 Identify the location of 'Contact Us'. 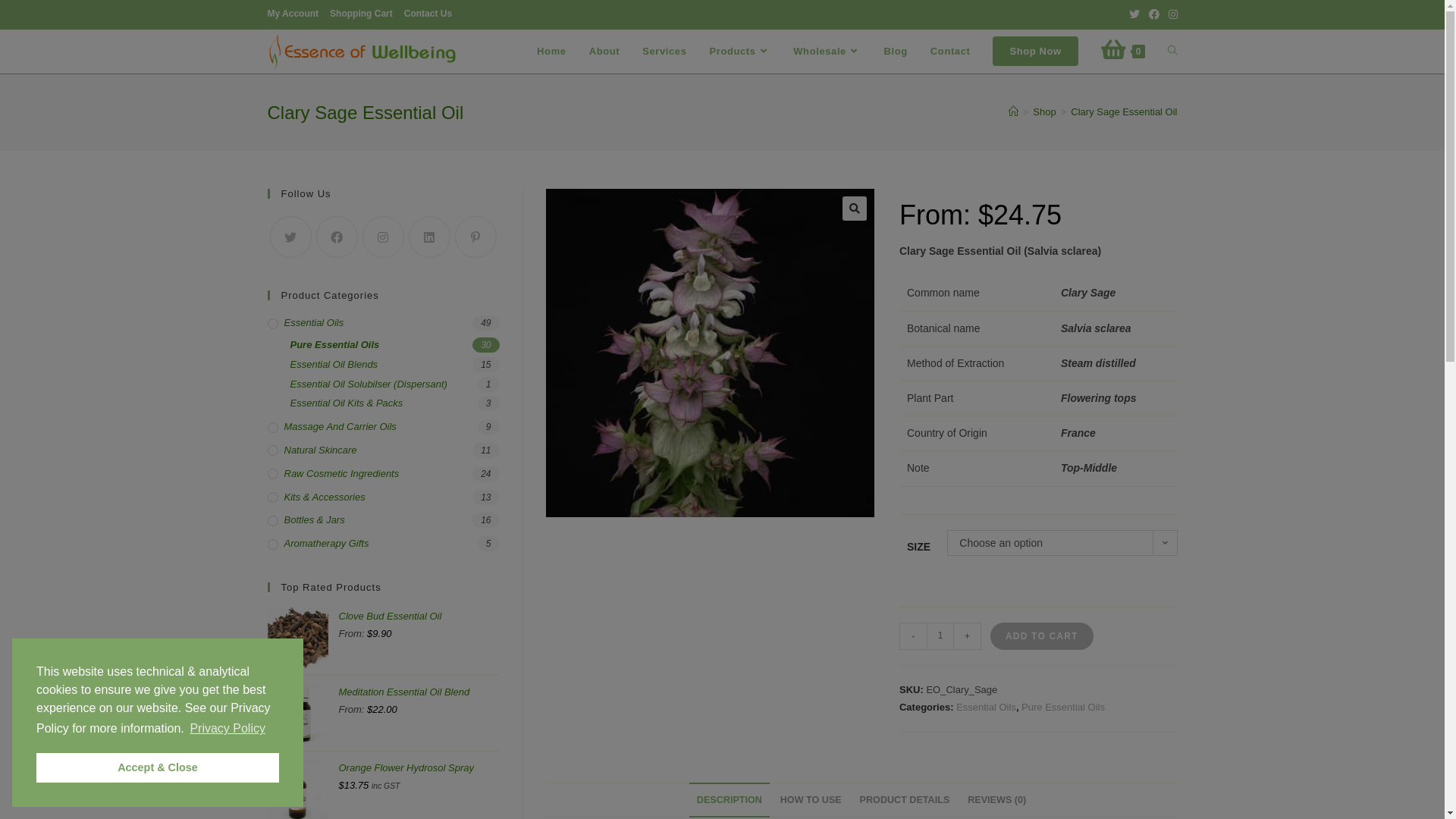
(427, 14).